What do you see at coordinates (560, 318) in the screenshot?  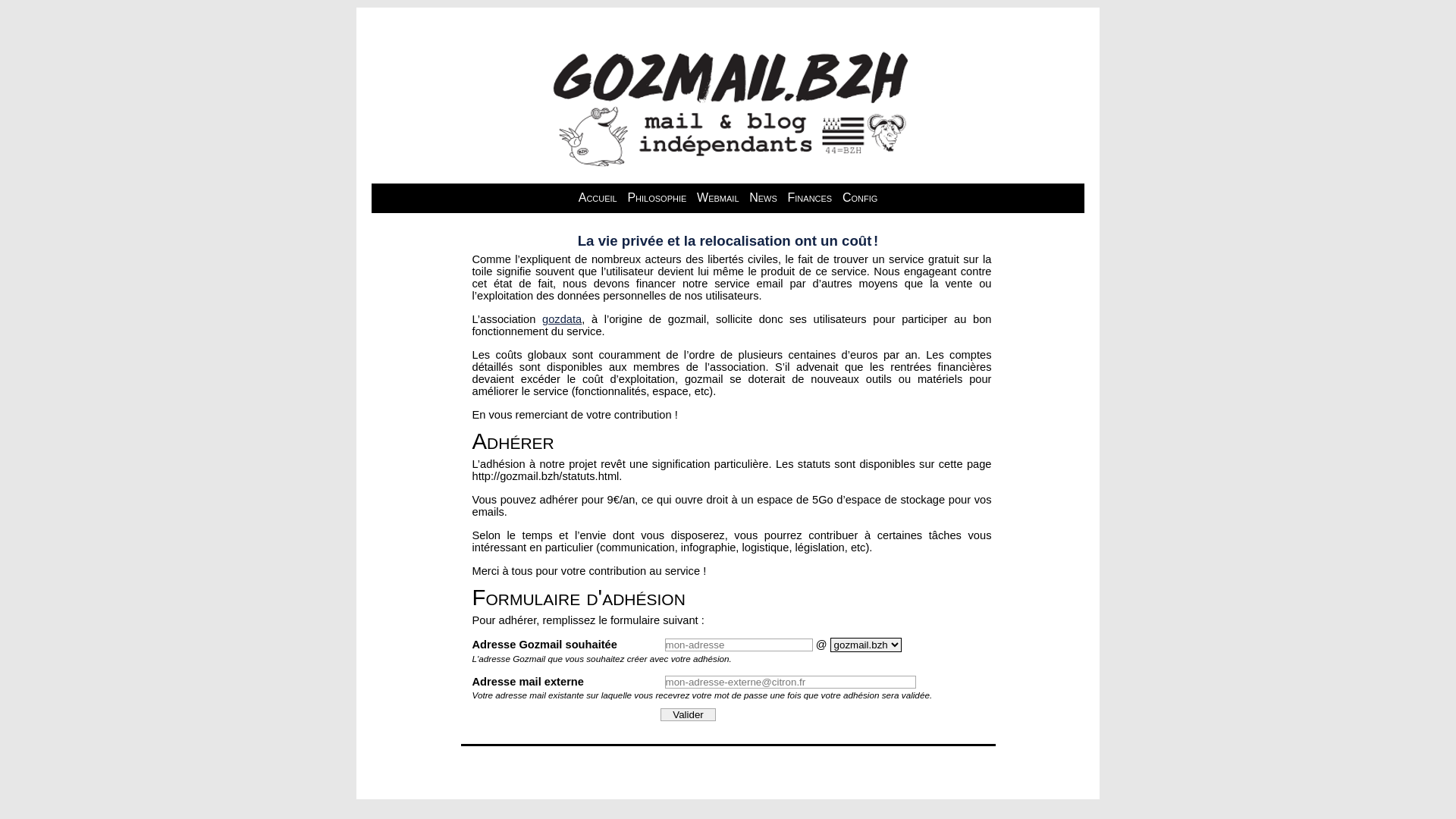 I see `'gozdata'` at bounding box center [560, 318].